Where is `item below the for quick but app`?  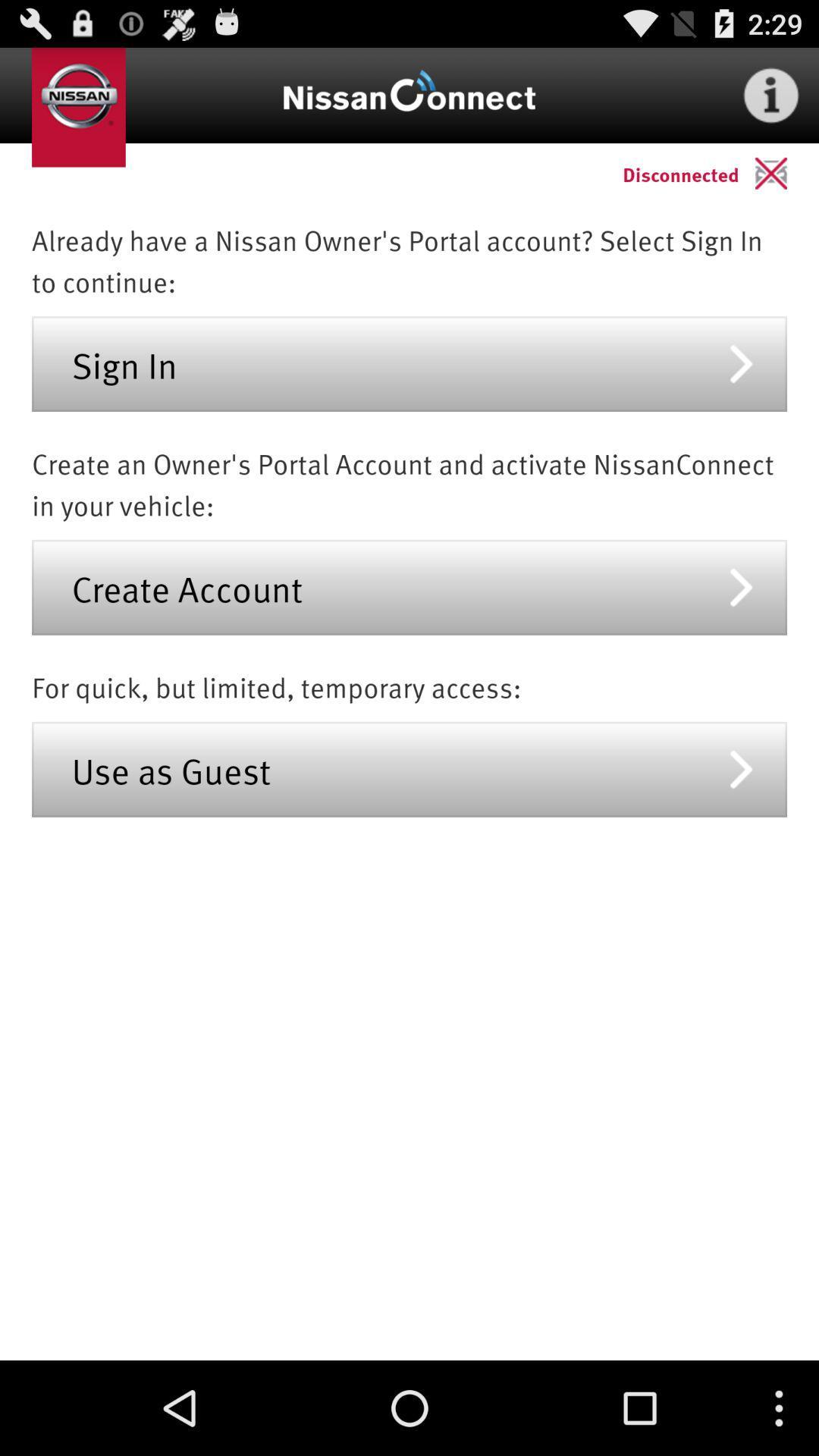 item below the for quick but app is located at coordinates (409, 769).